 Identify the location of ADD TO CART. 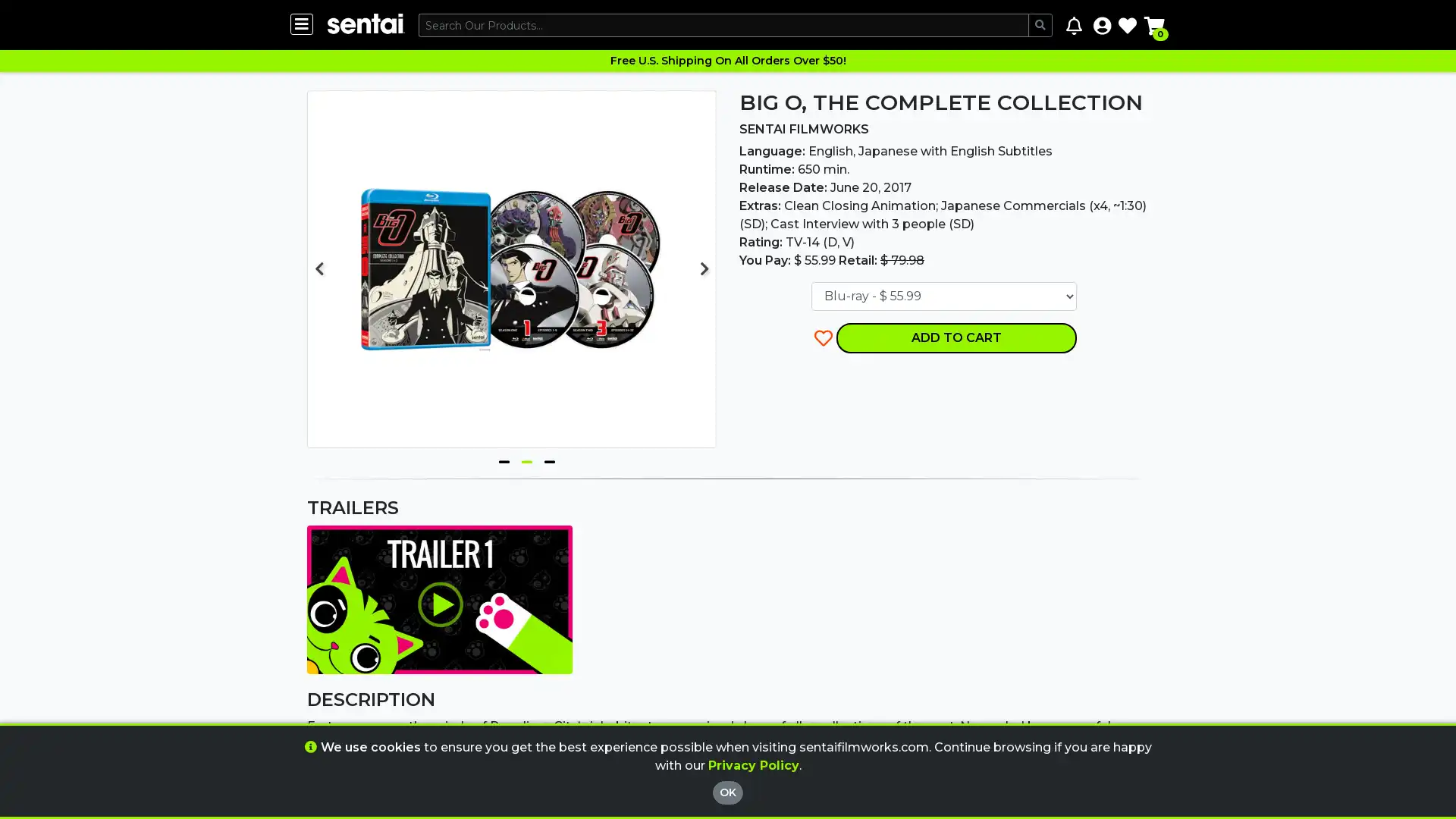
(955, 336).